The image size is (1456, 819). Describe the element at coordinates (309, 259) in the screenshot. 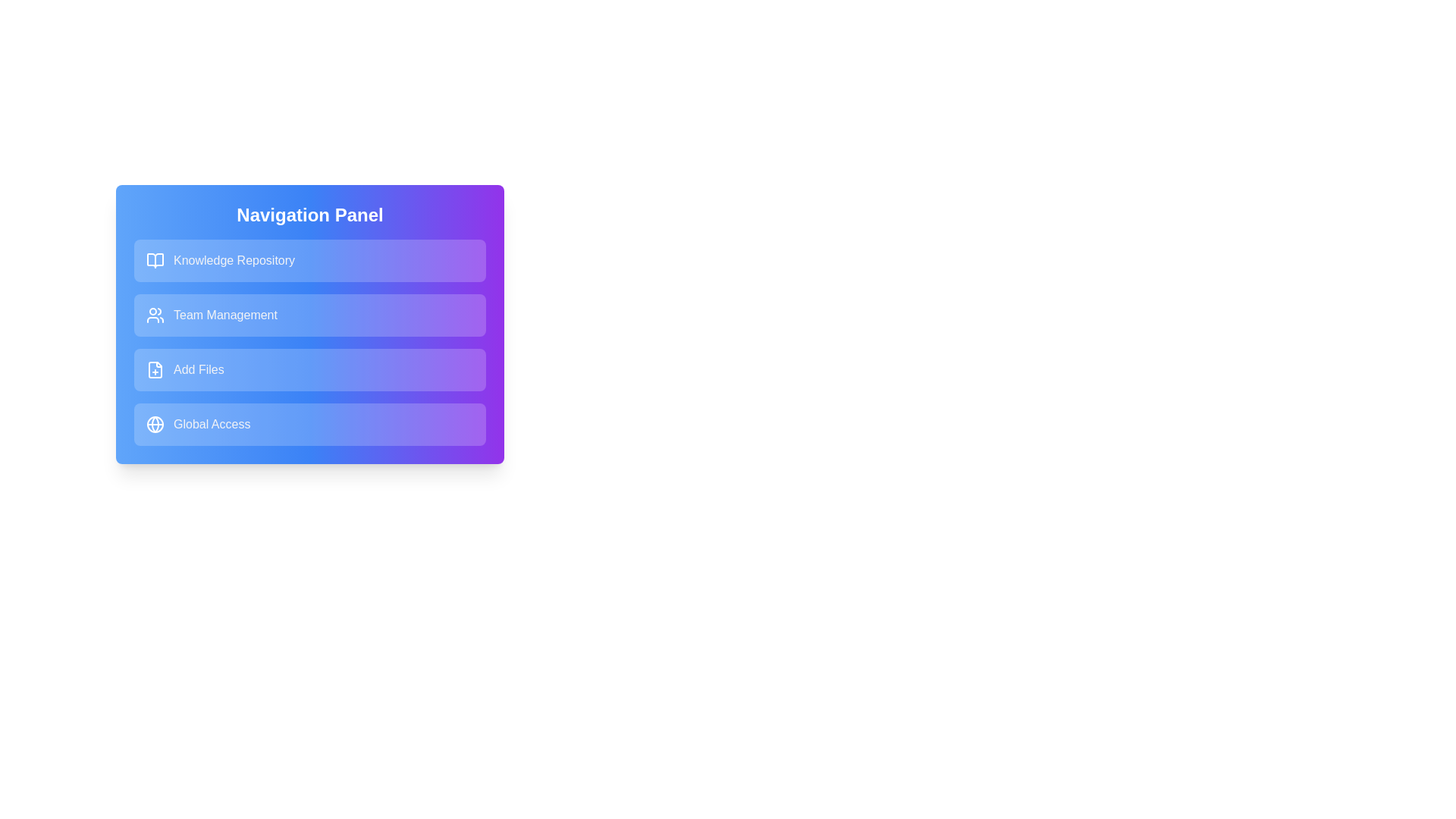

I see `the navigation item labeled Knowledge Repository` at that location.